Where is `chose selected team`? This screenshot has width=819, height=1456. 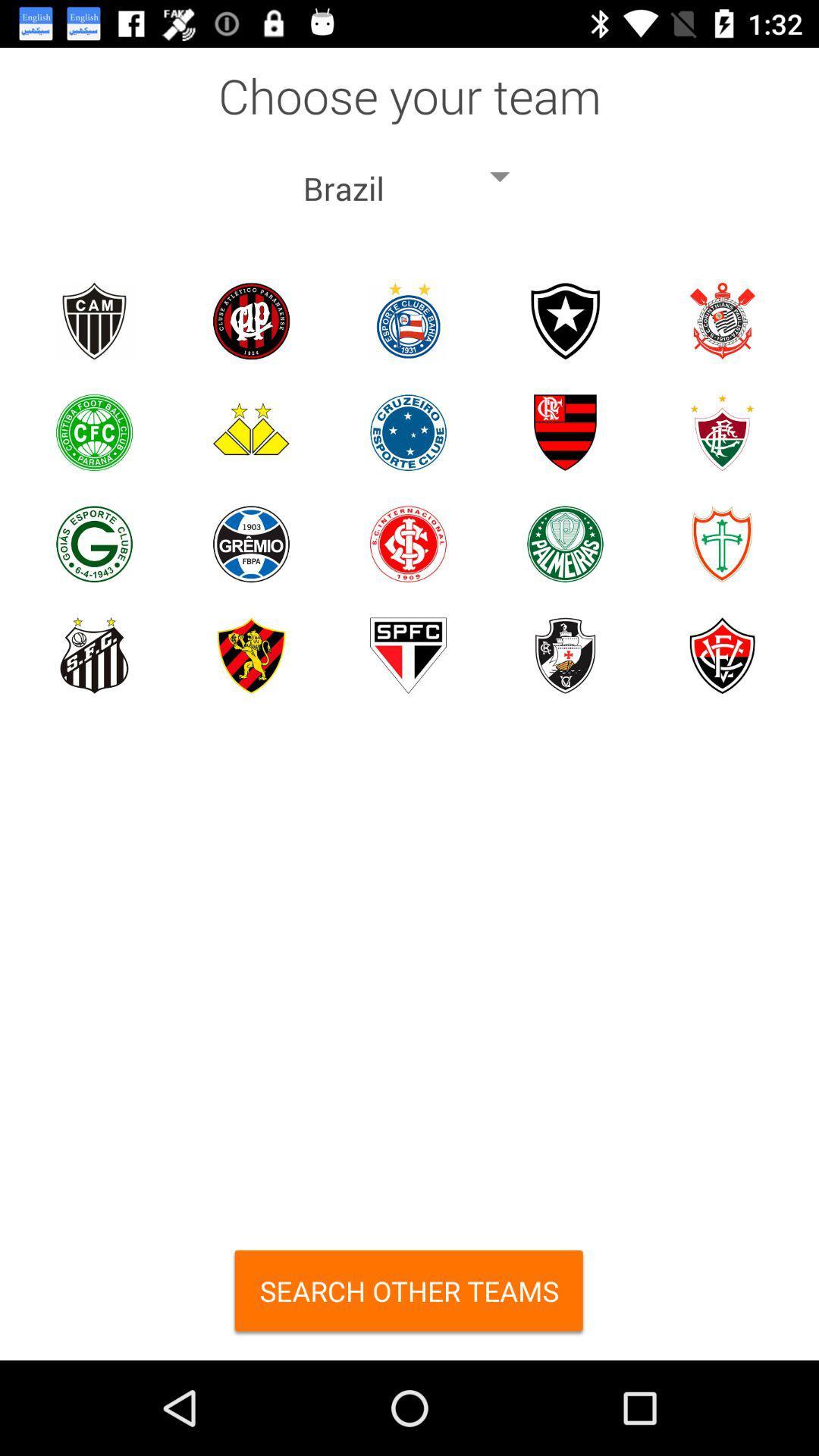
chose selected team is located at coordinates (94, 431).